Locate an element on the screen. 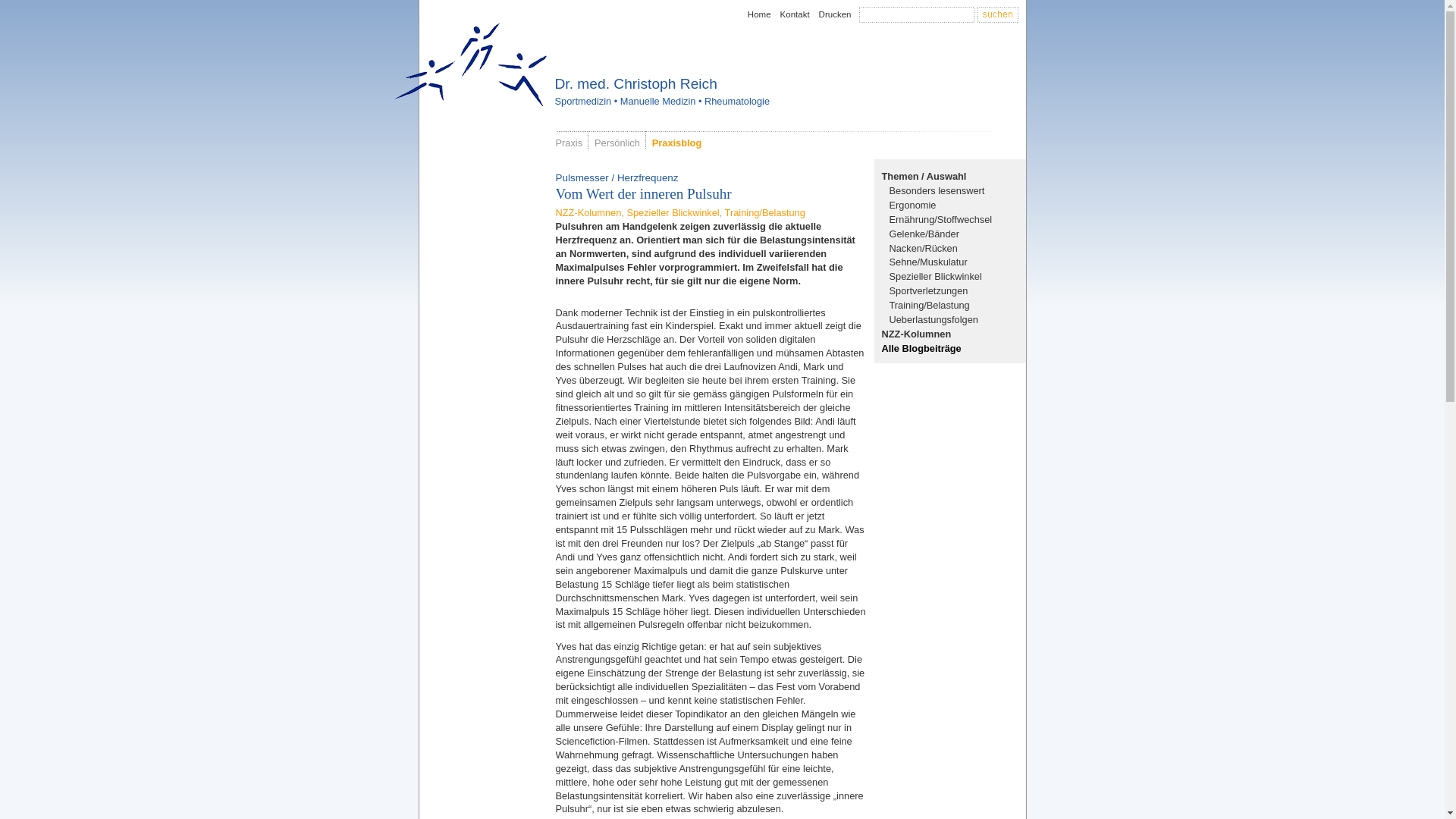  'Themen / Auswahl' is located at coordinates (923, 175).